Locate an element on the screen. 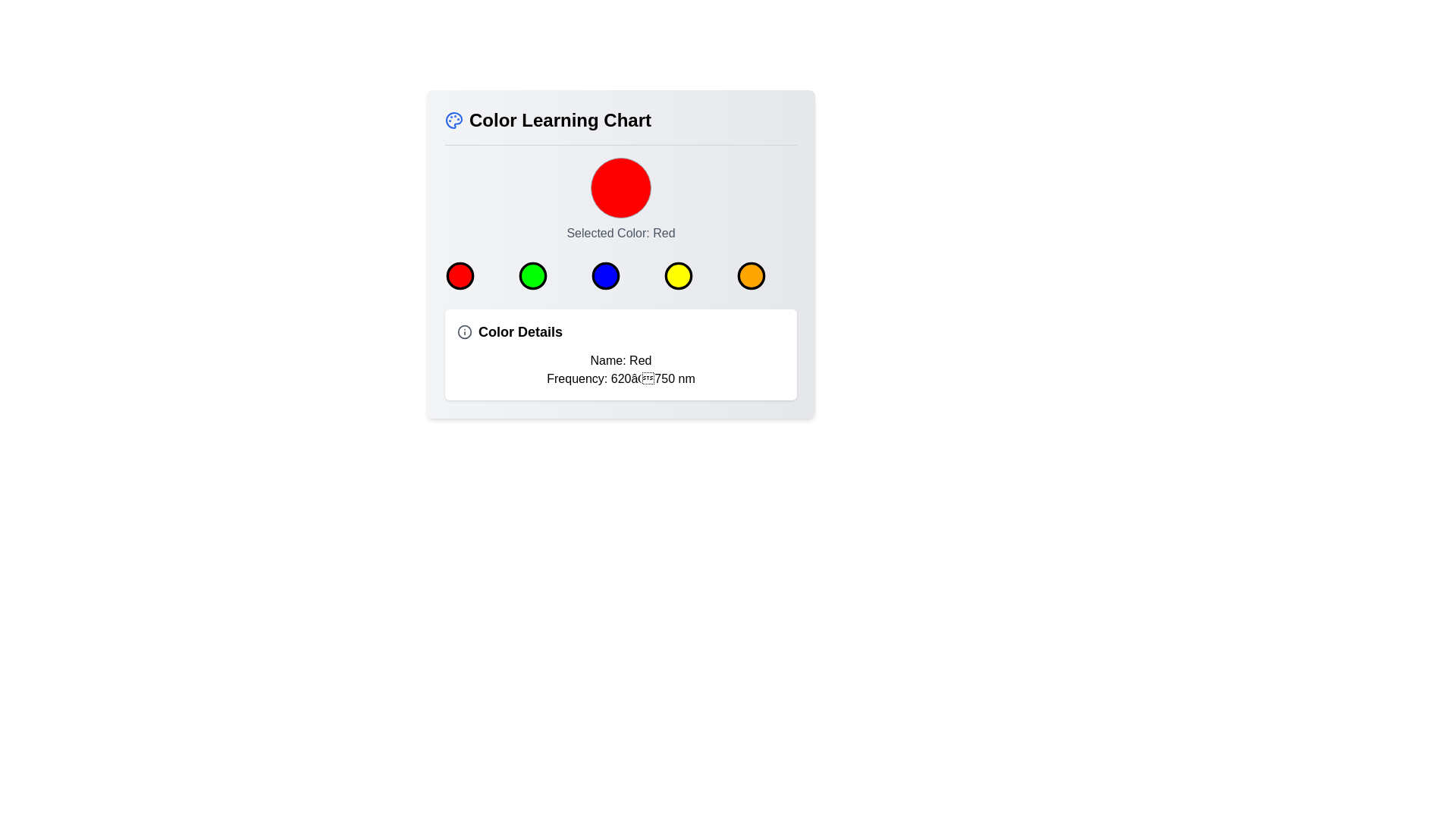 This screenshot has width=1456, height=819. the circular blue button with a black border, which is the third element in a row of colored circles below the 'Color Learning Chart' header and the 'Selected Color: Red' label is located at coordinates (604, 275).